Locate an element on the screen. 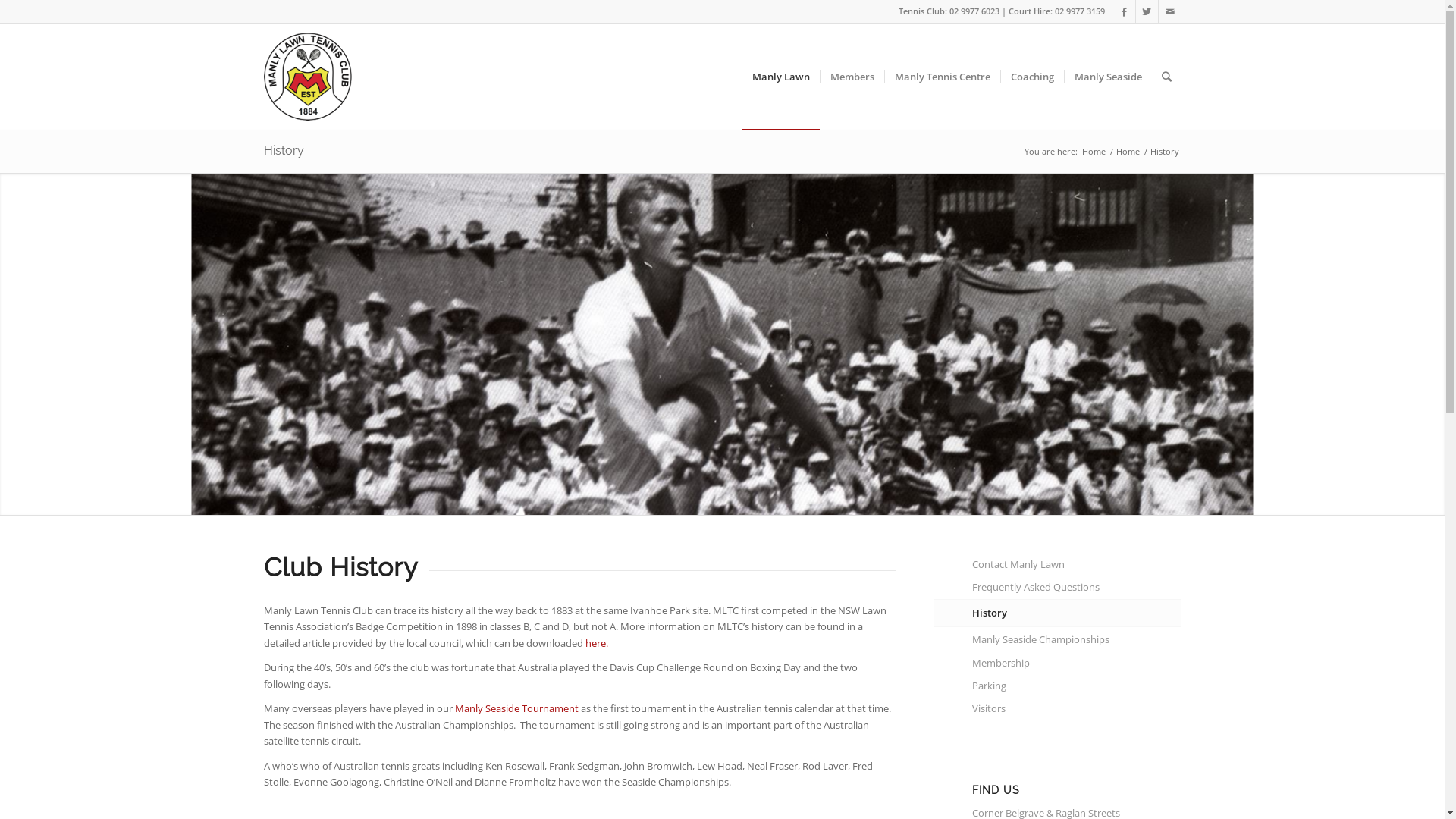 The width and height of the screenshot is (1456, 819). 'Twitter' is located at coordinates (1147, 11).